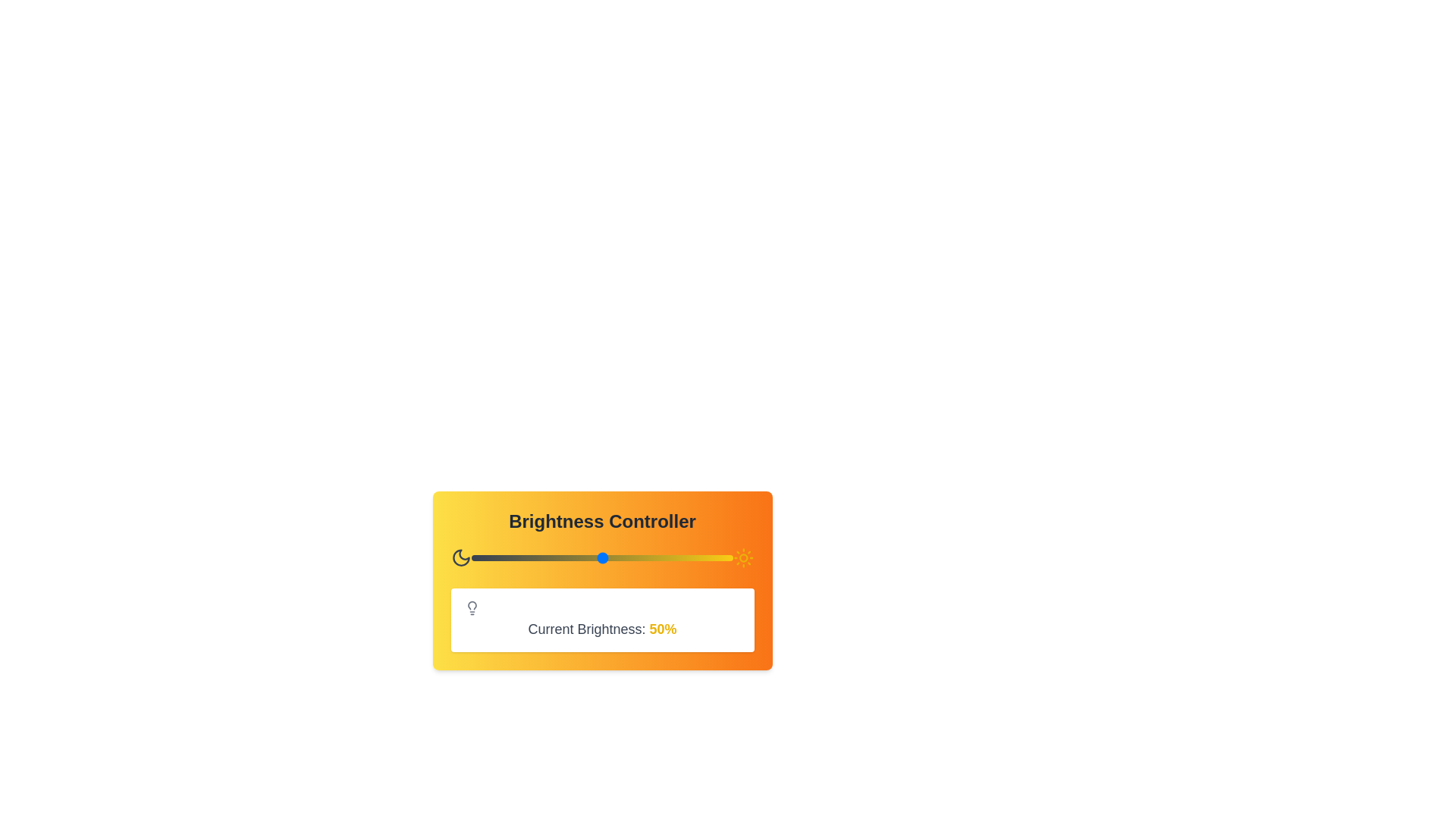  Describe the element at coordinates (724, 558) in the screenshot. I see `the brightness level to 97% by interacting with the slider` at that location.